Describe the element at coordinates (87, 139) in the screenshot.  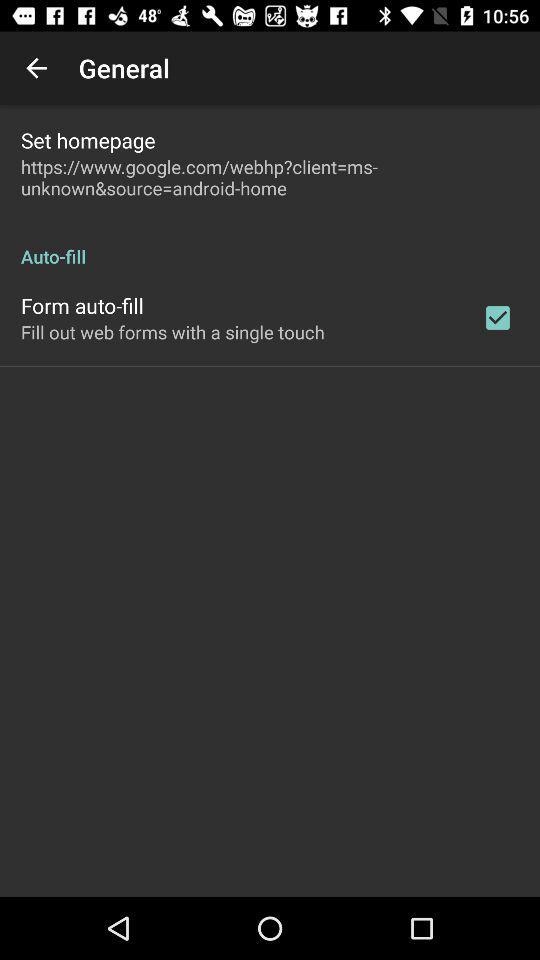
I see `set homepage` at that location.